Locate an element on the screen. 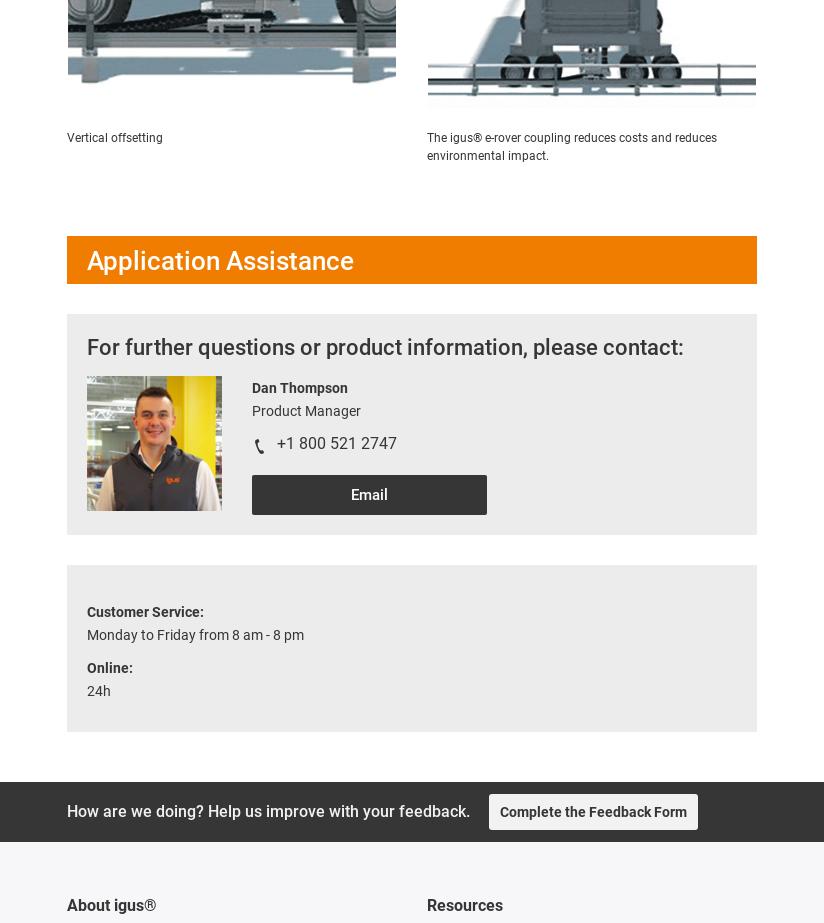 The height and width of the screenshot is (923, 824). 'Application Assistance' is located at coordinates (219, 261).